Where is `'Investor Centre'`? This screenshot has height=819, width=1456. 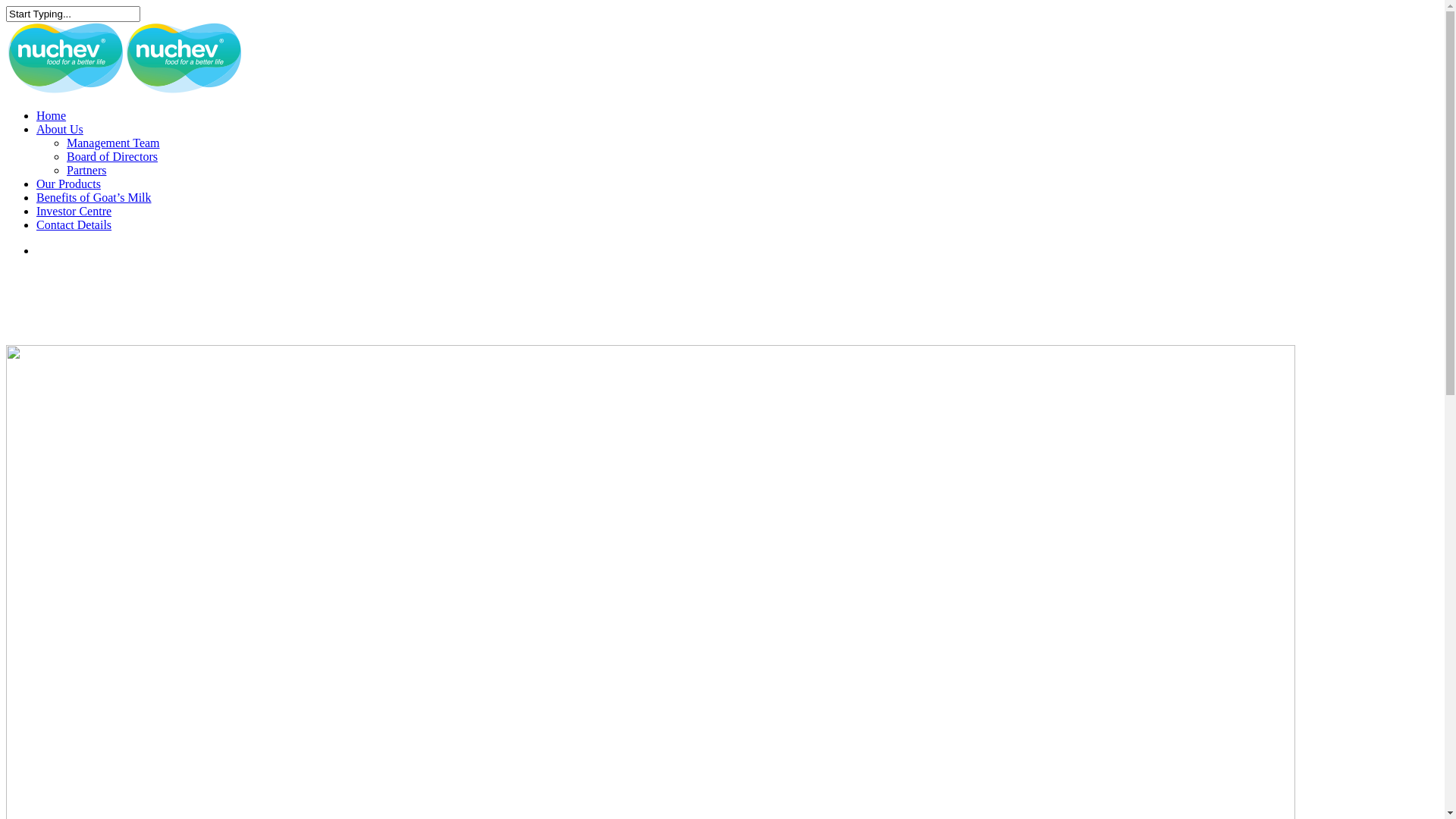
'Investor Centre' is located at coordinates (73, 211).